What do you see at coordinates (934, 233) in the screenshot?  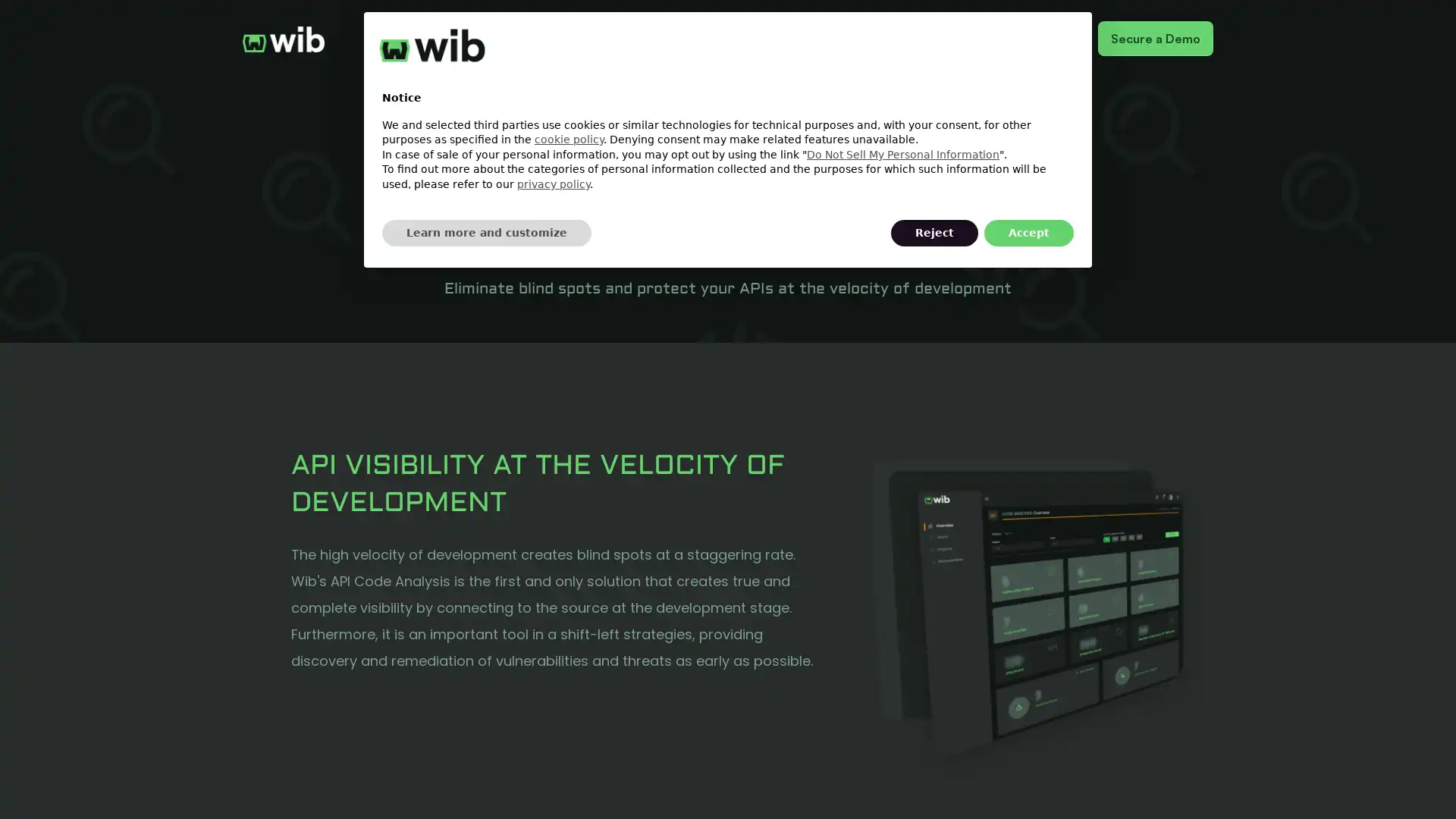 I see `Reject` at bounding box center [934, 233].